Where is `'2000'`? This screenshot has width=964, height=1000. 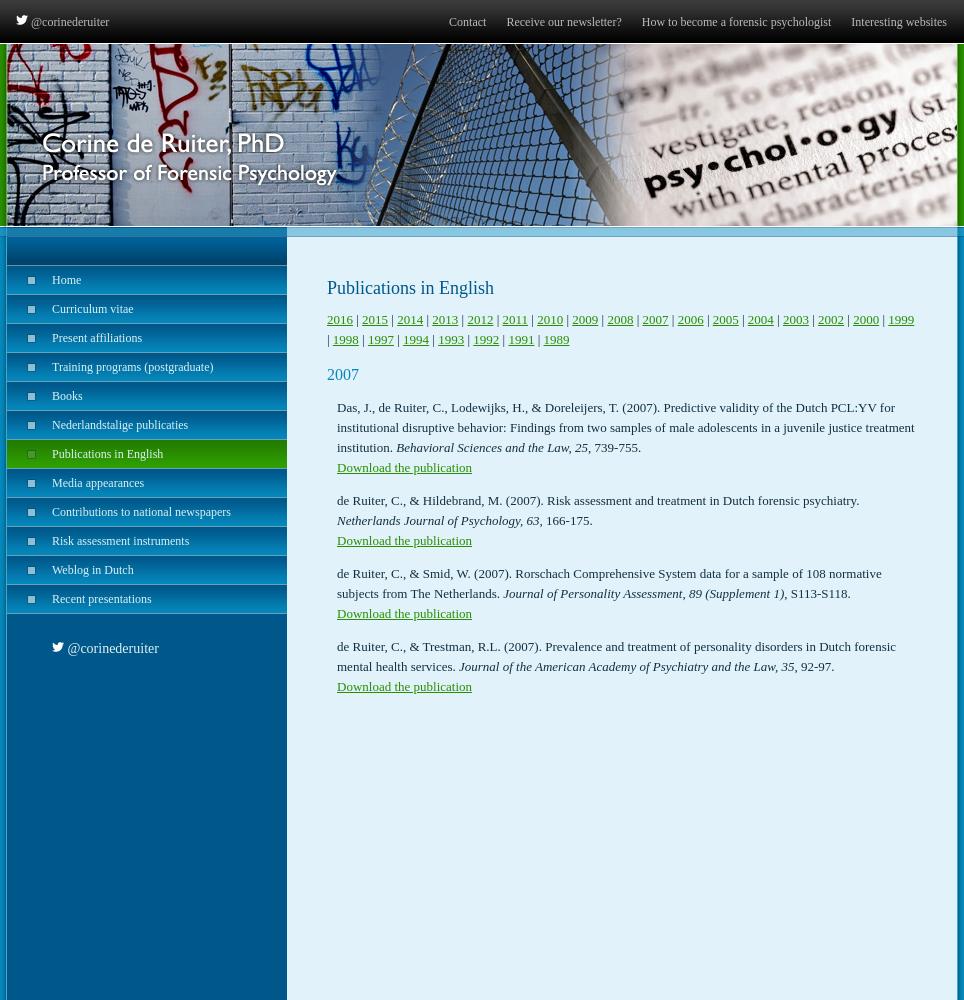 '2000' is located at coordinates (865, 318).